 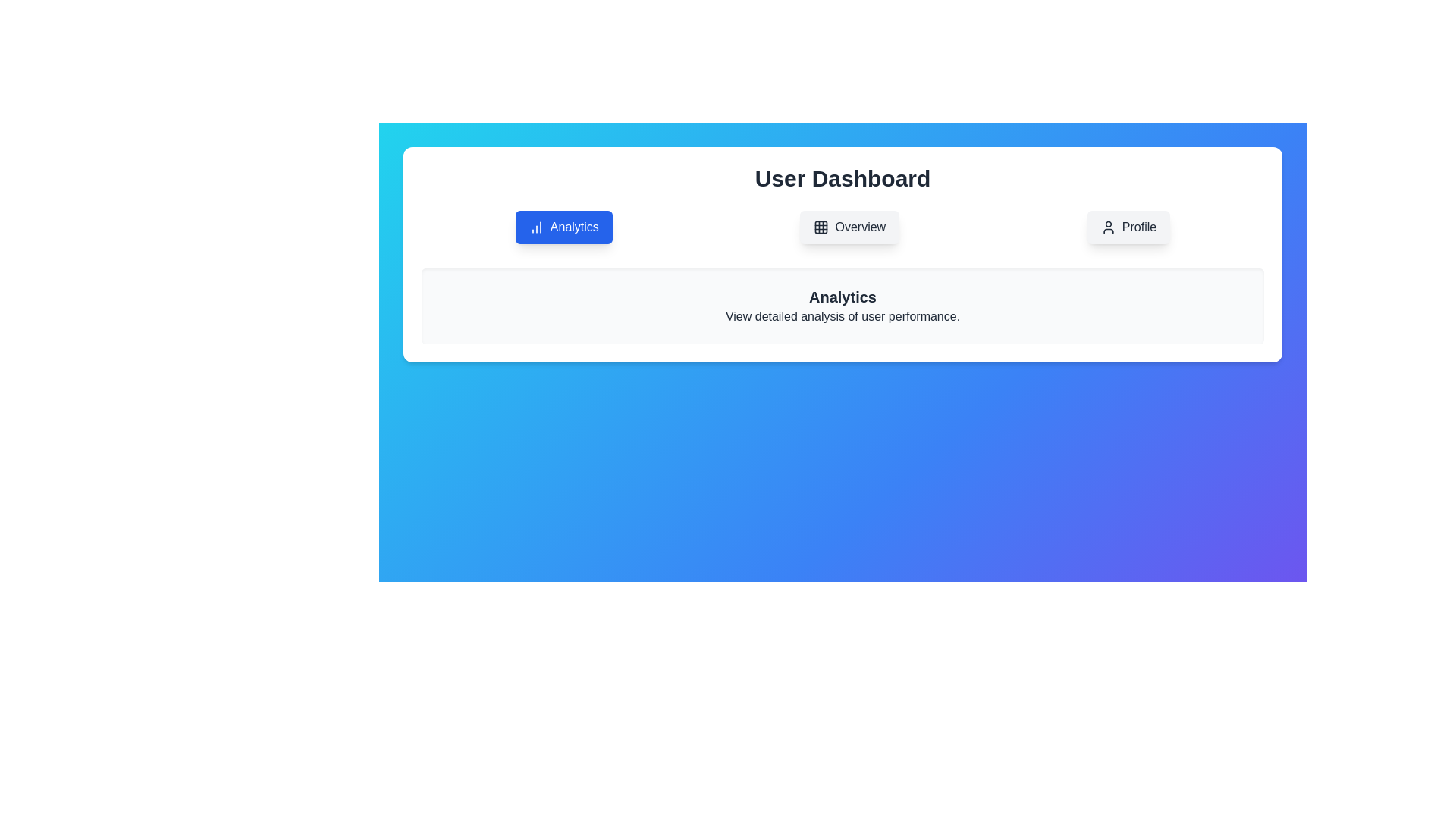 What do you see at coordinates (1128, 227) in the screenshot?
I see `the Profile button to switch to the respective tab` at bounding box center [1128, 227].